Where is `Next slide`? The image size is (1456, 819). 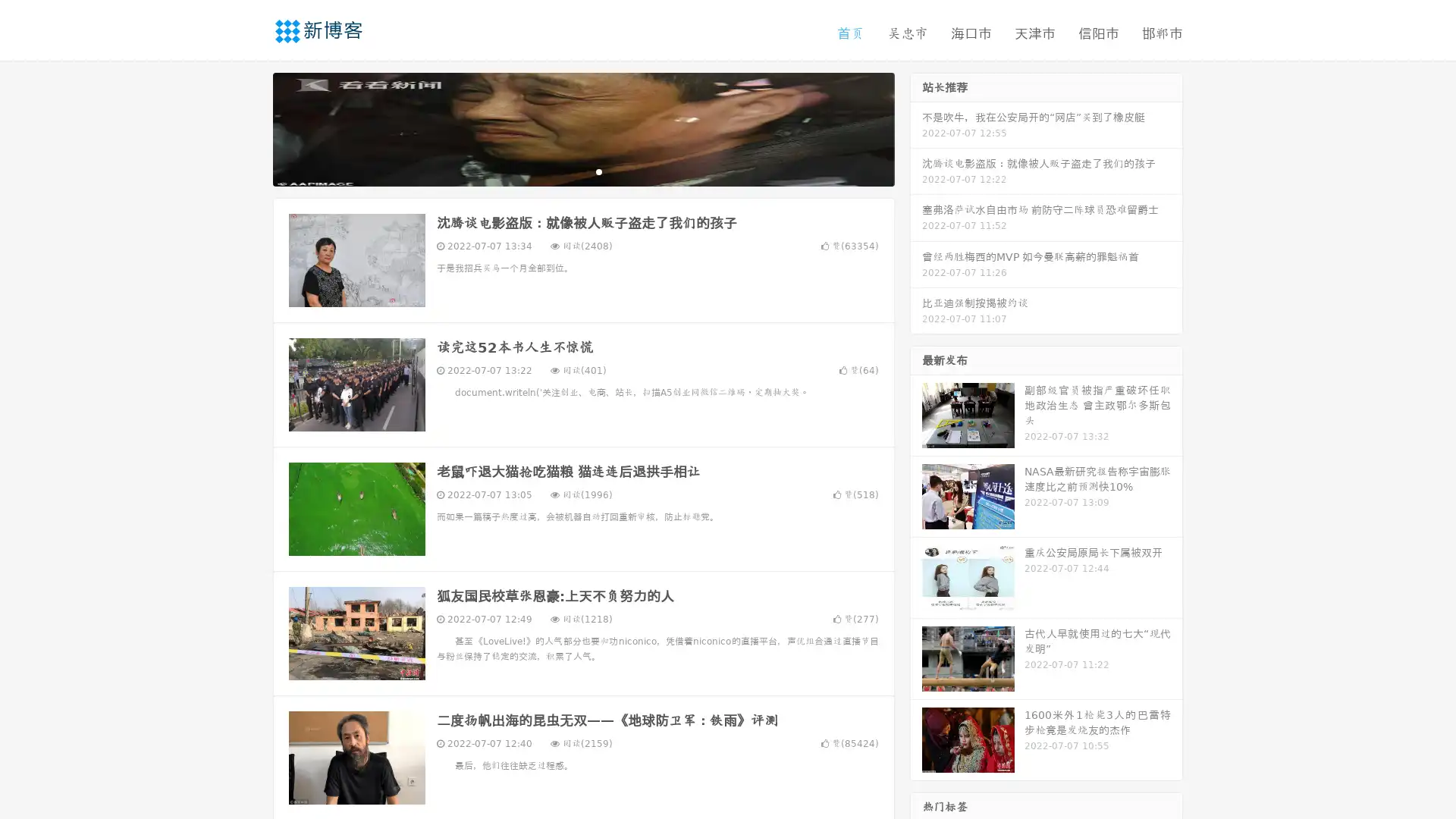
Next slide is located at coordinates (916, 127).